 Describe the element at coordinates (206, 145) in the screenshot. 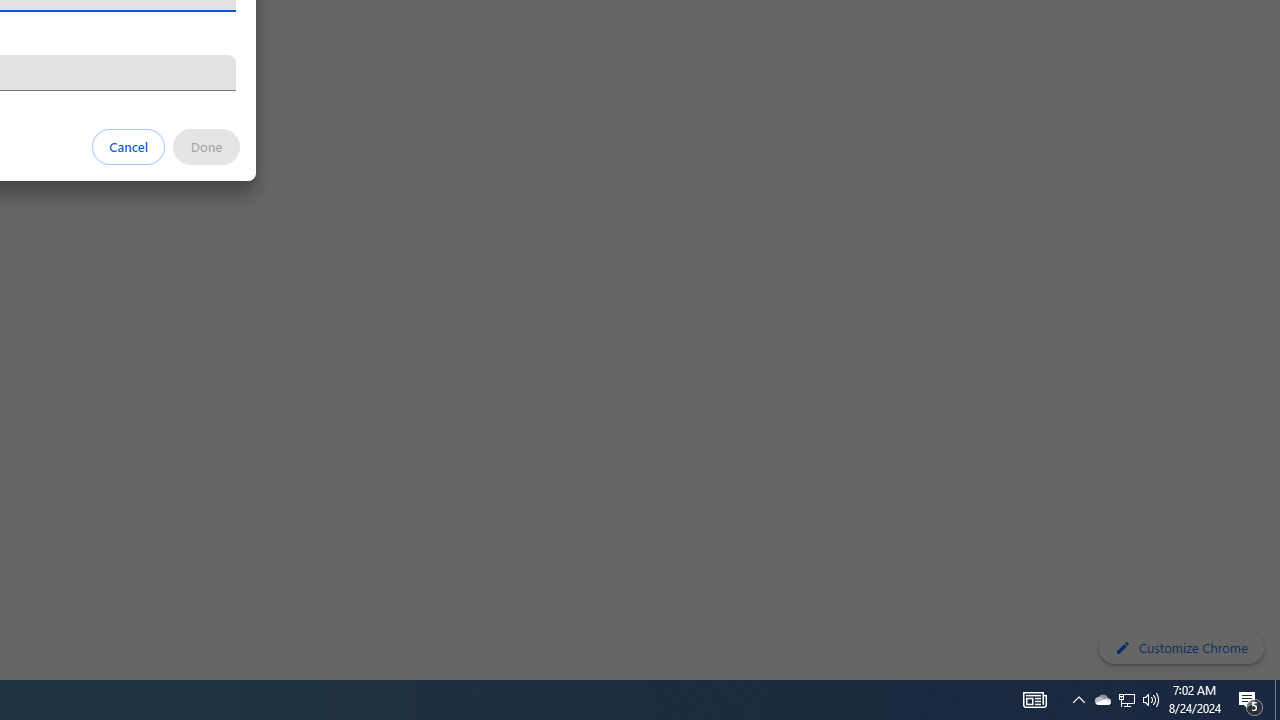

I see `'Done'` at that location.